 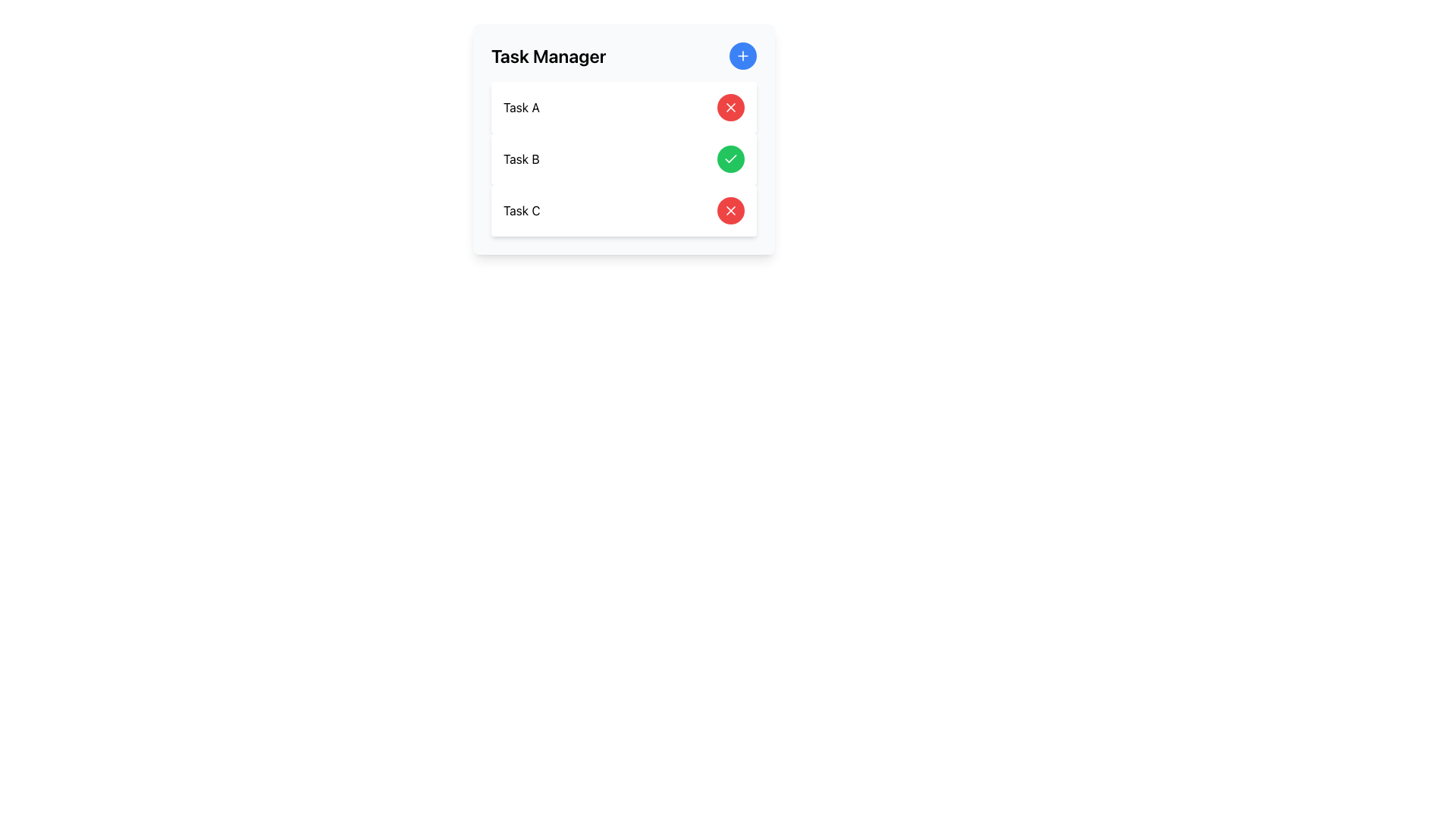 What do you see at coordinates (731, 158) in the screenshot?
I see `the button located in the 'Task B' row to mark the task as completed` at bounding box center [731, 158].